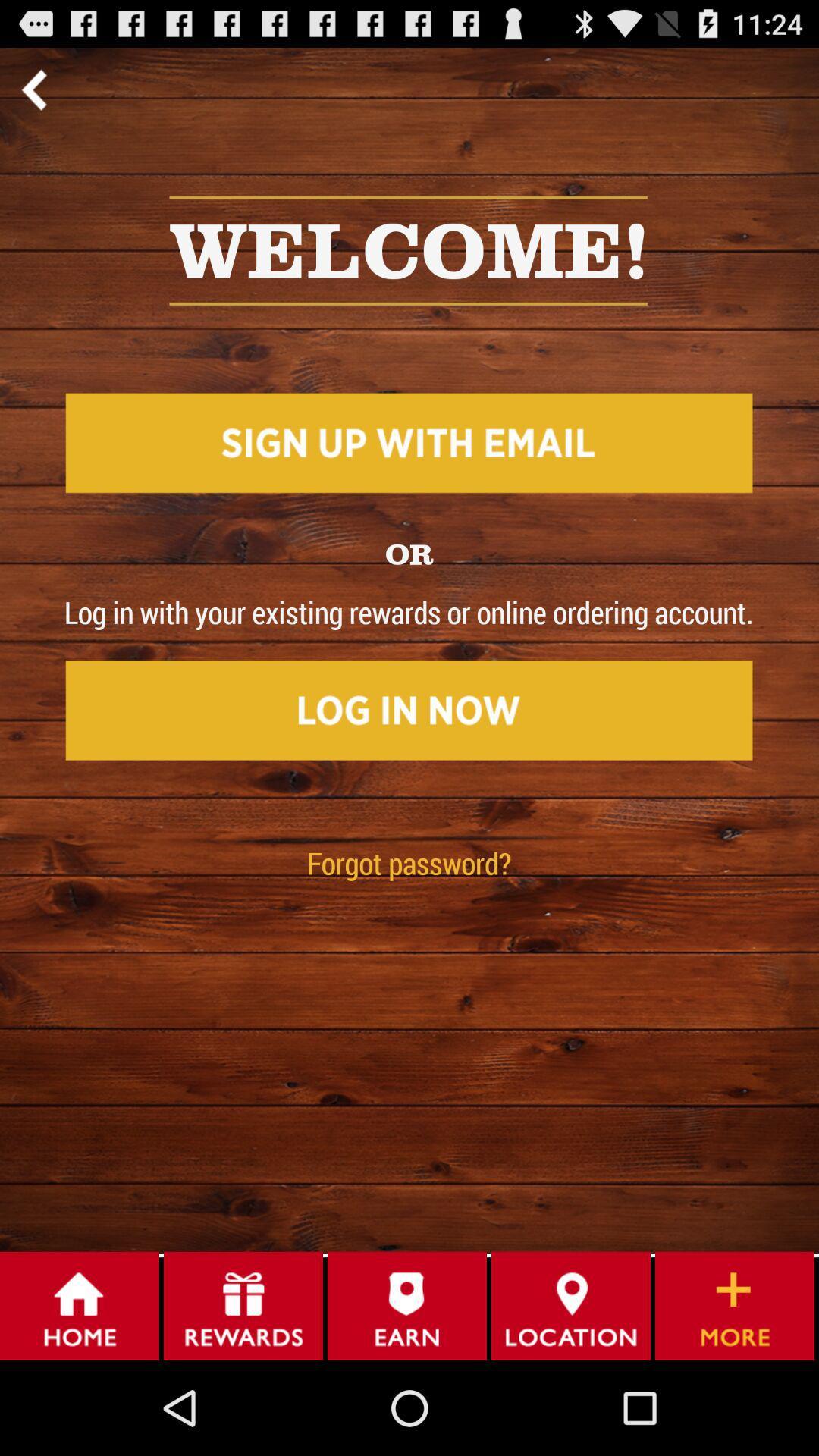 This screenshot has height=1456, width=819. Describe the element at coordinates (33, 95) in the screenshot. I see `the arrow_backward icon` at that location.